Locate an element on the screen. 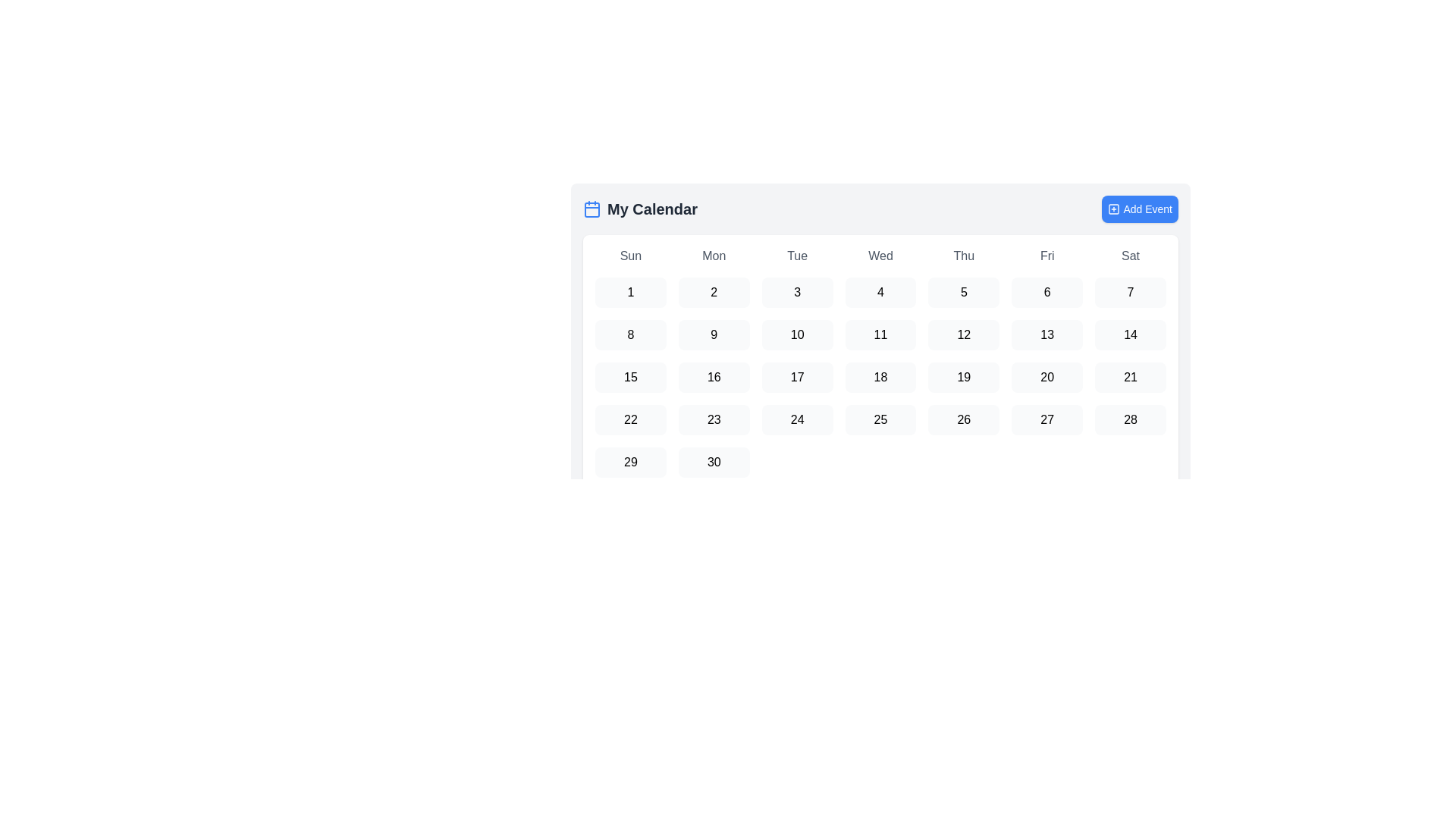 This screenshot has height=819, width=1456. the Date cell representing the 12th day in the calendar grid, located in the fourth row and fifth column under the 'Thu' column is located at coordinates (963, 334).